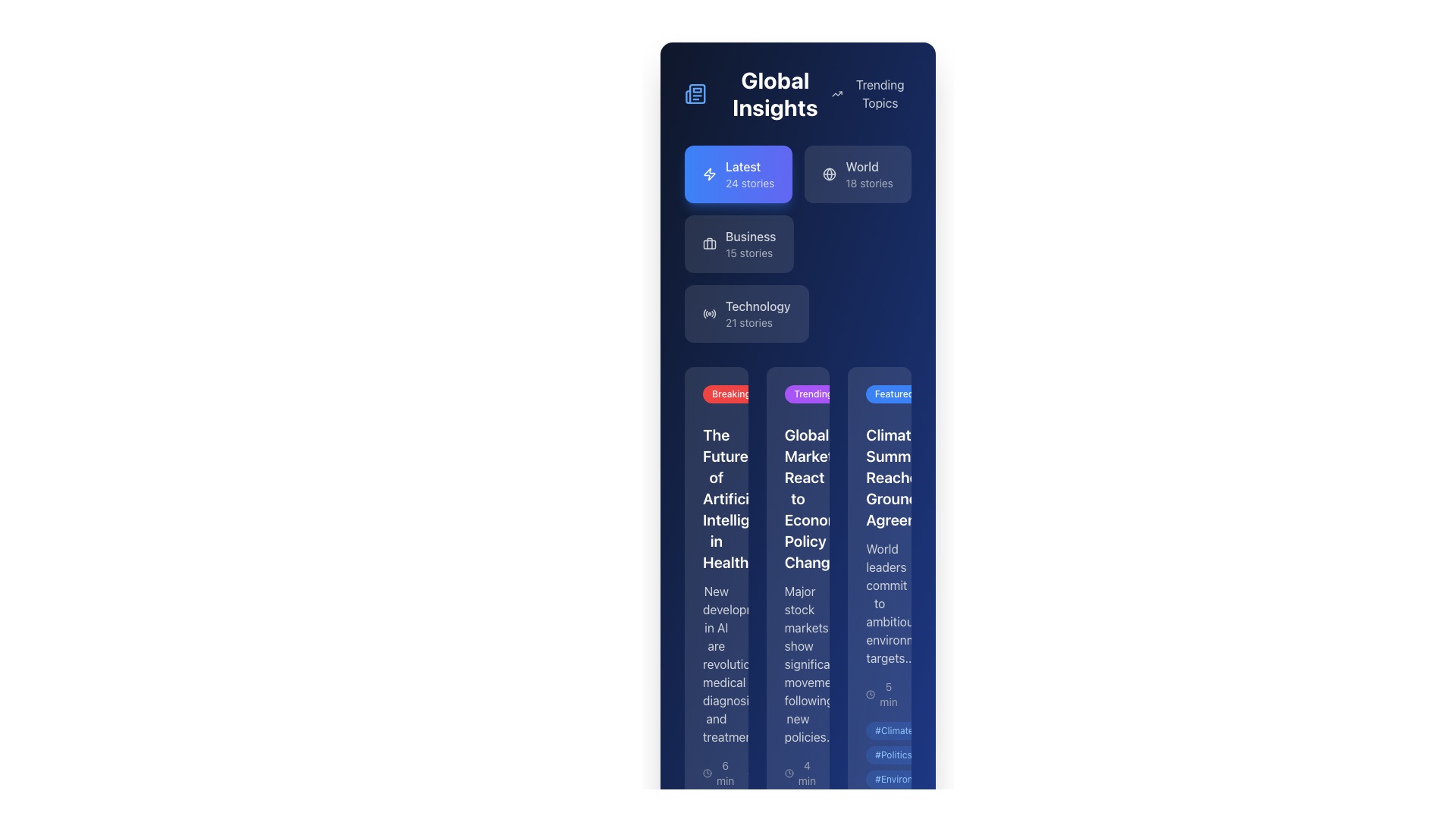 This screenshot has height=819, width=1456. I want to click on 'Trending' tag, which is a small pill-shaped label with white text on a purple background, located at the top of the second column in a multi-column layout, so click(812, 394).